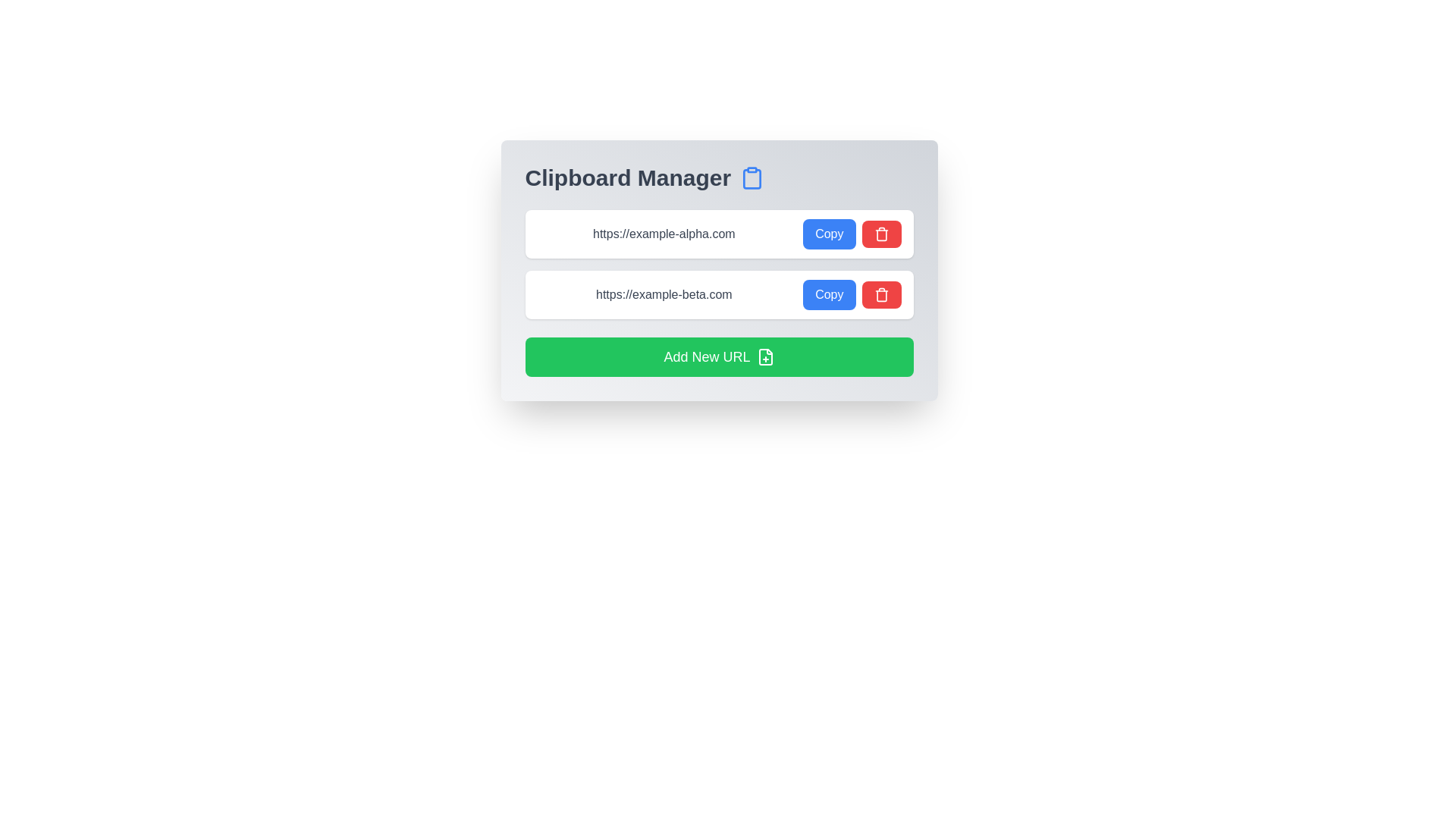  I want to click on the 'Copy' button with a blue background and white text in the Clipboard Manager interface, so click(828, 295).